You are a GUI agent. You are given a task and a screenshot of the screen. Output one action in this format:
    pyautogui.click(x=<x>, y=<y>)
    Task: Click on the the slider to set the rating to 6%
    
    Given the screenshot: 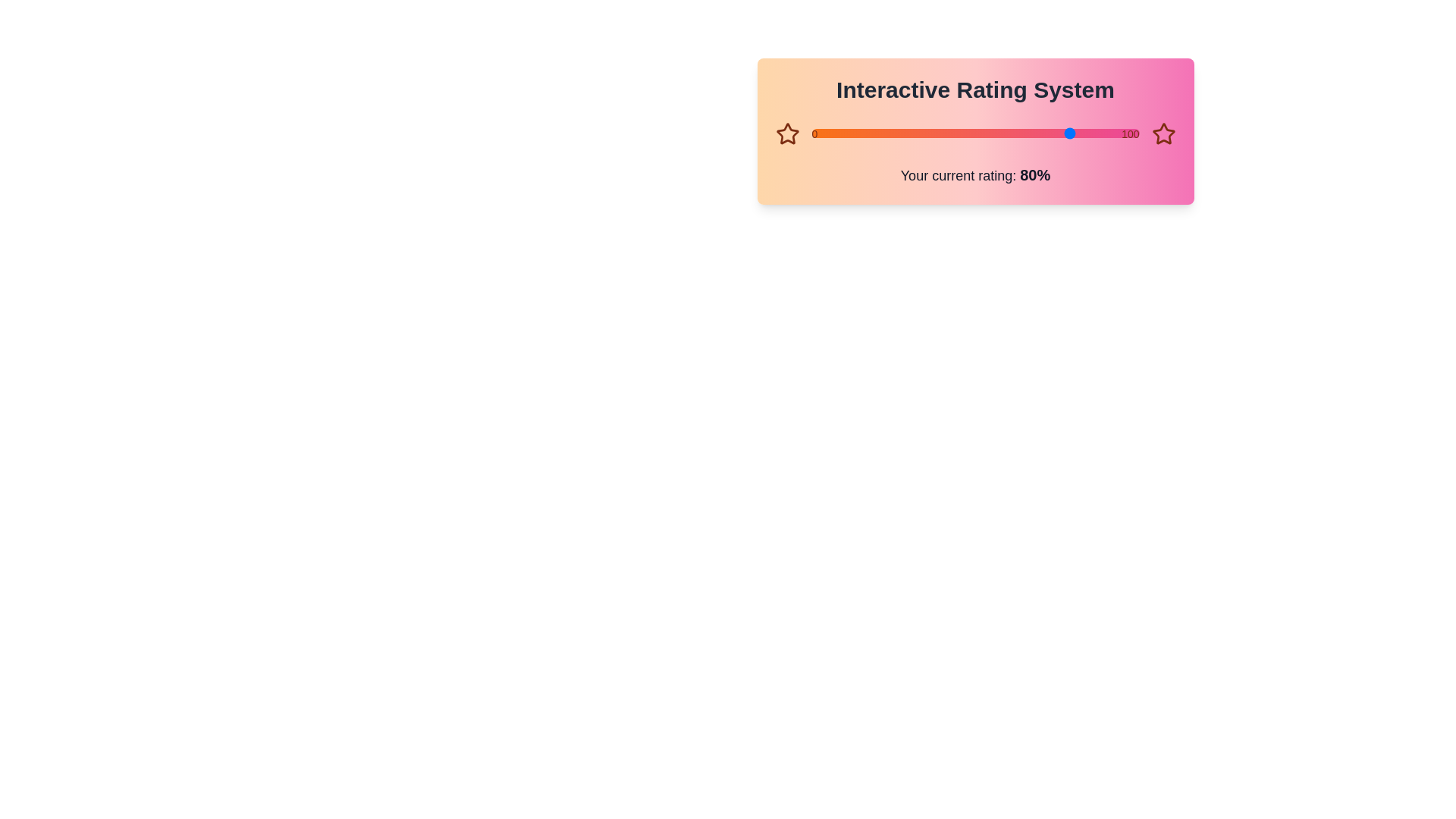 What is the action you would take?
    pyautogui.click(x=811, y=133)
    